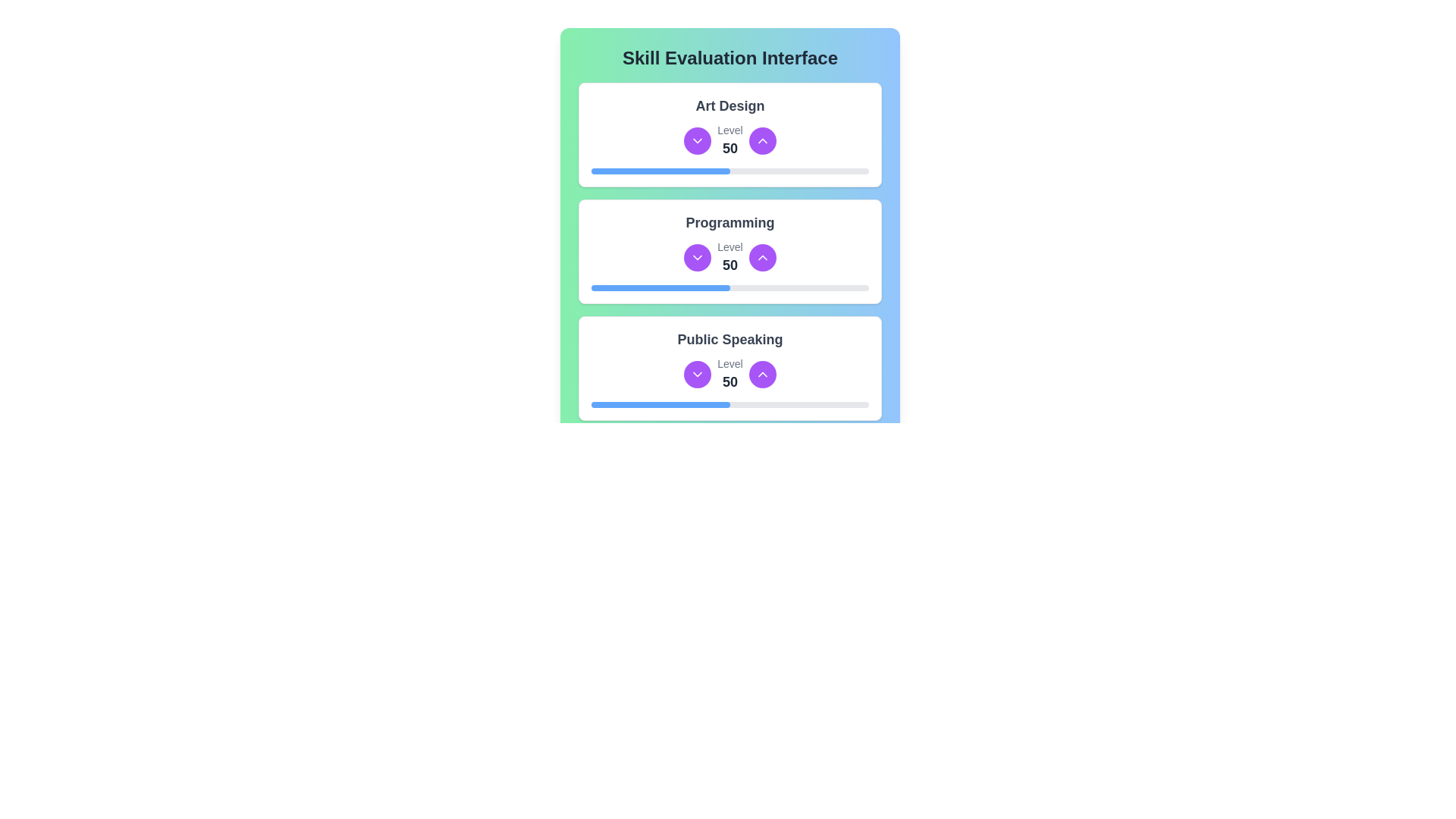 The height and width of the screenshot is (819, 1456). What do you see at coordinates (730, 374) in the screenshot?
I see `the non-interactive text display that shows the user's public speaking skill level, located in the bottom card of the interface, centered between two circular buttons` at bounding box center [730, 374].